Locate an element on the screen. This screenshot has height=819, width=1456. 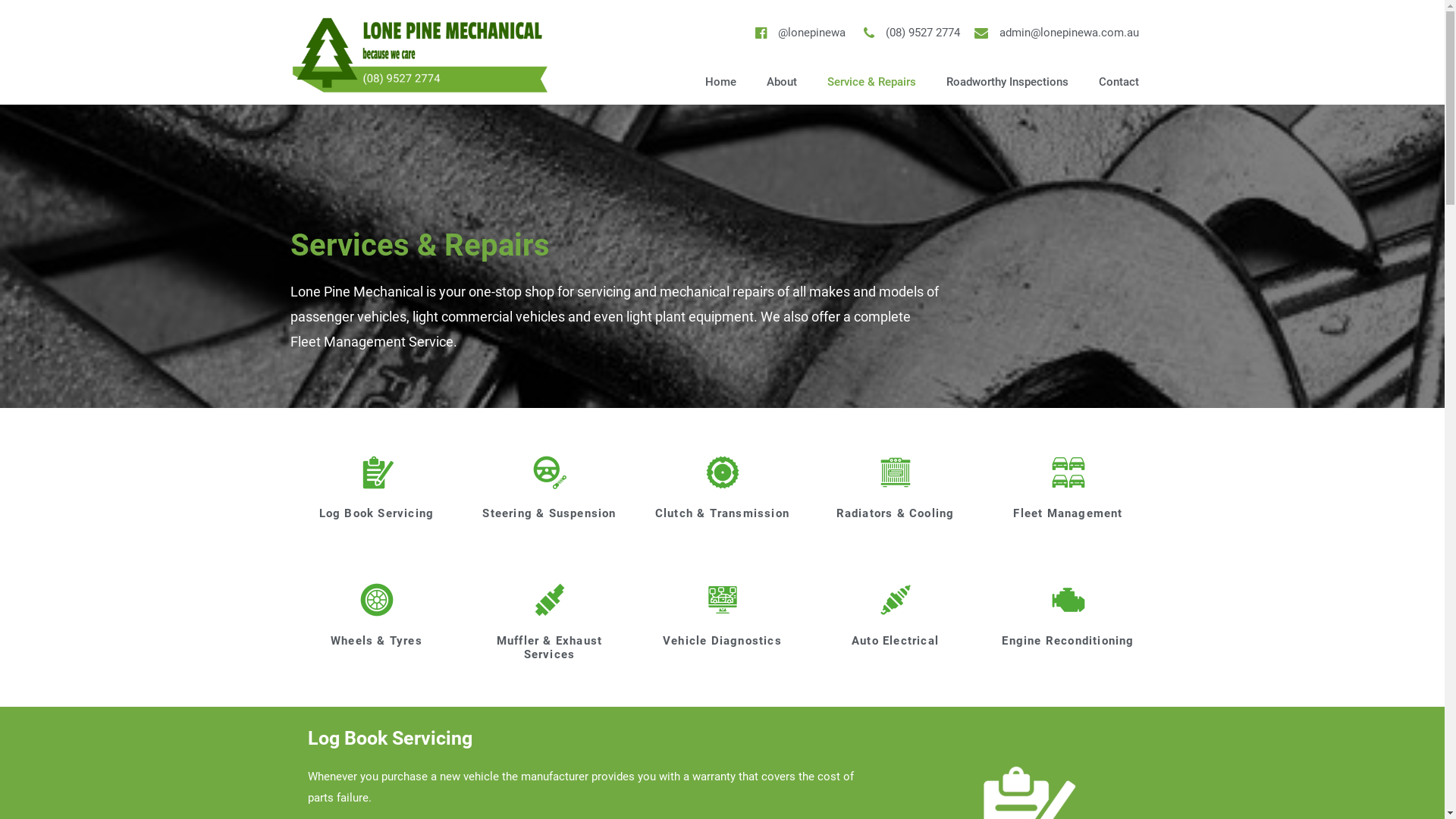
'steering' is located at coordinates (548, 472).